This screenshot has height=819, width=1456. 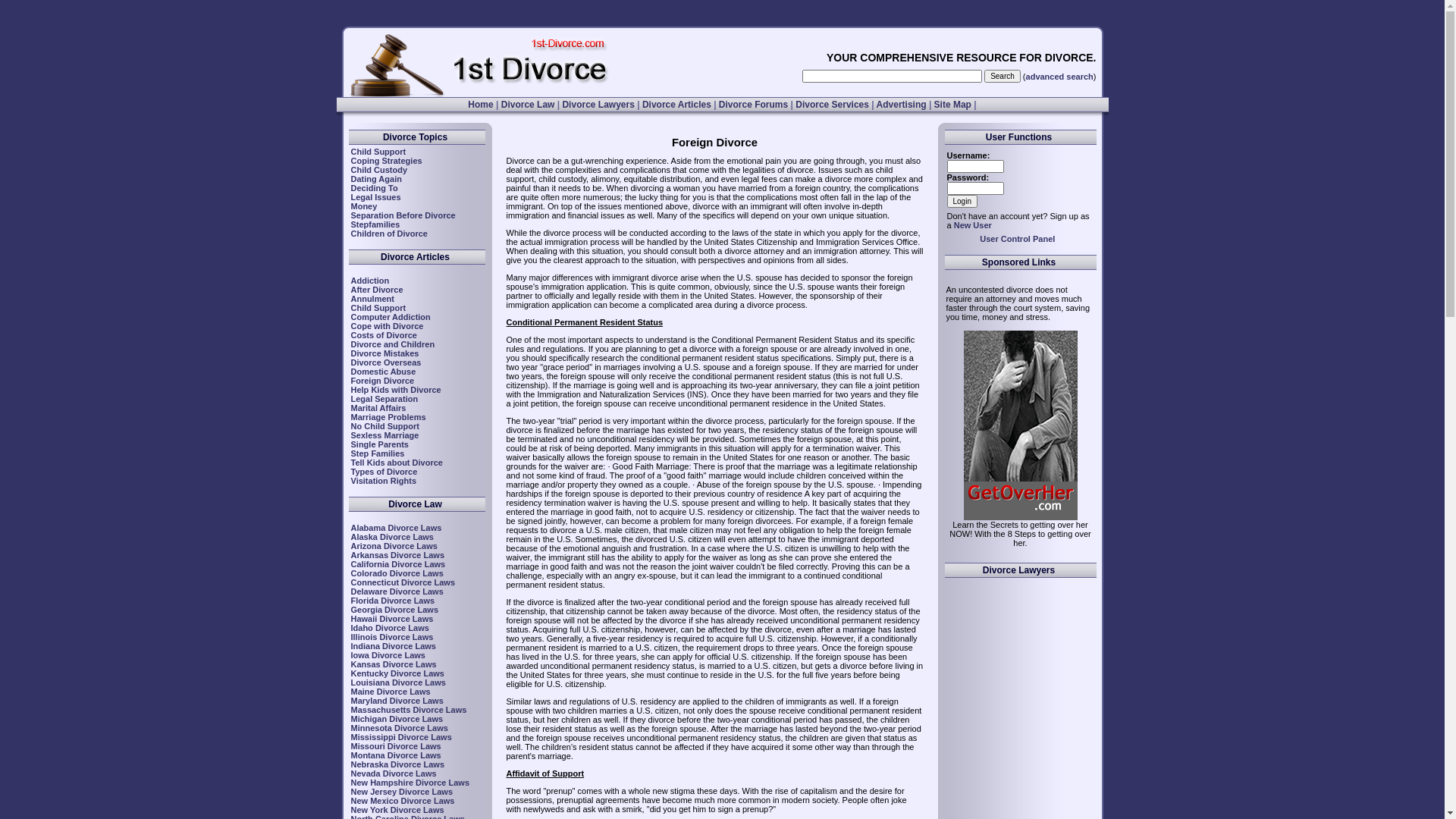 What do you see at coordinates (397, 590) in the screenshot?
I see `'Delaware Divorce Laws'` at bounding box center [397, 590].